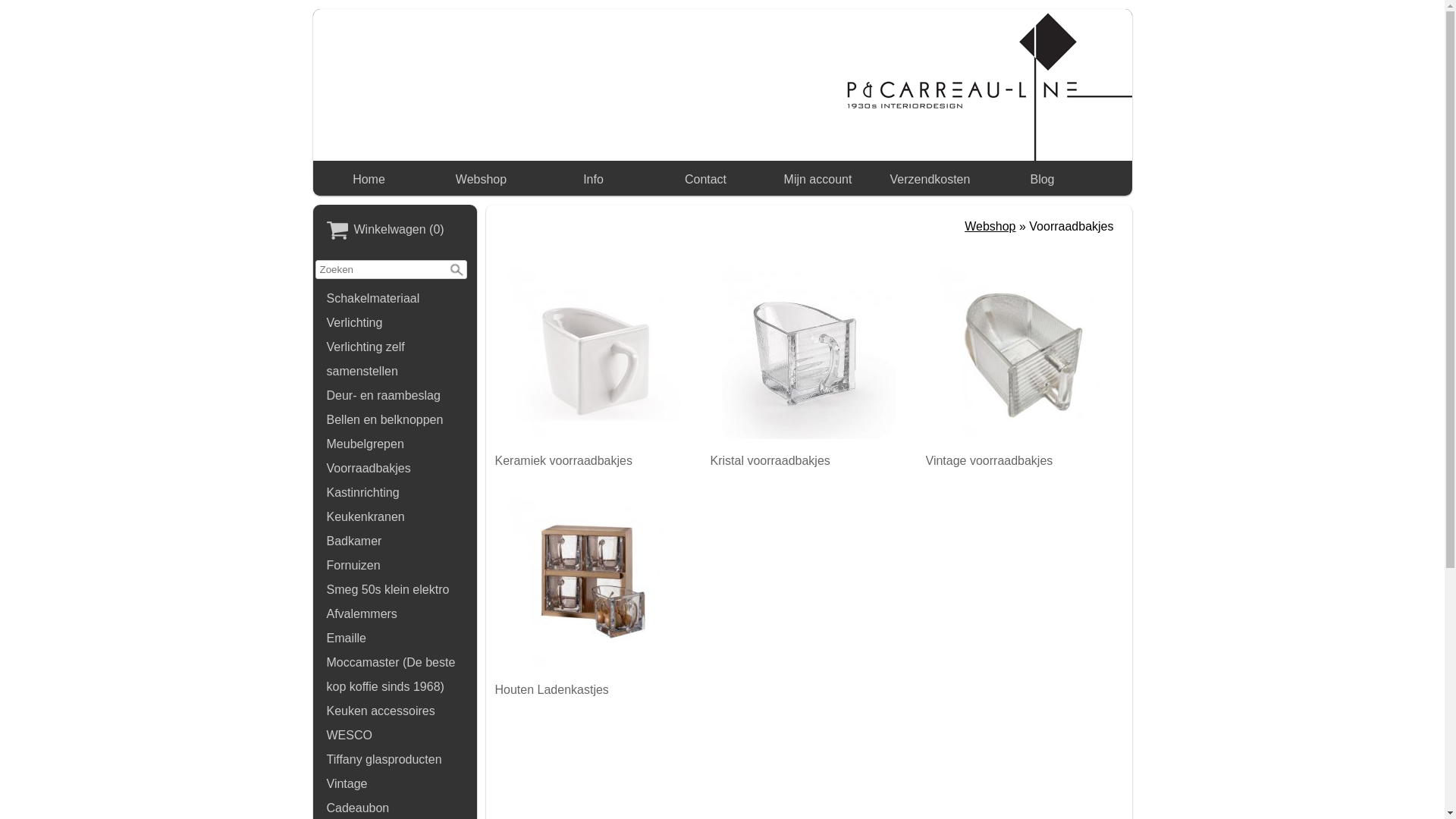  Describe the element at coordinates (930, 178) in the screenshot. I see `'Verzendkosten'` at that location.